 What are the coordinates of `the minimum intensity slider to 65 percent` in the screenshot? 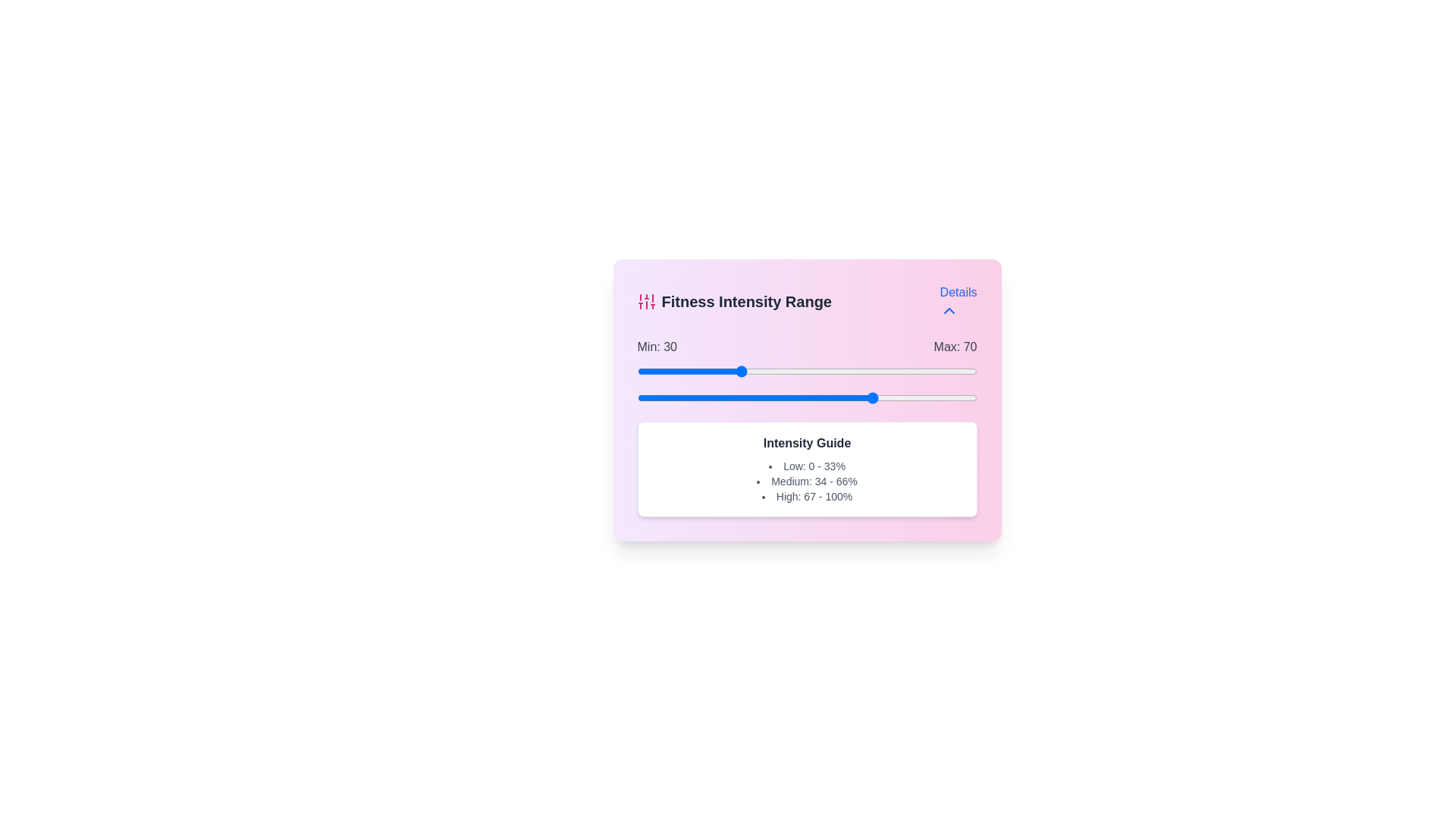 It's located at (858, 371).